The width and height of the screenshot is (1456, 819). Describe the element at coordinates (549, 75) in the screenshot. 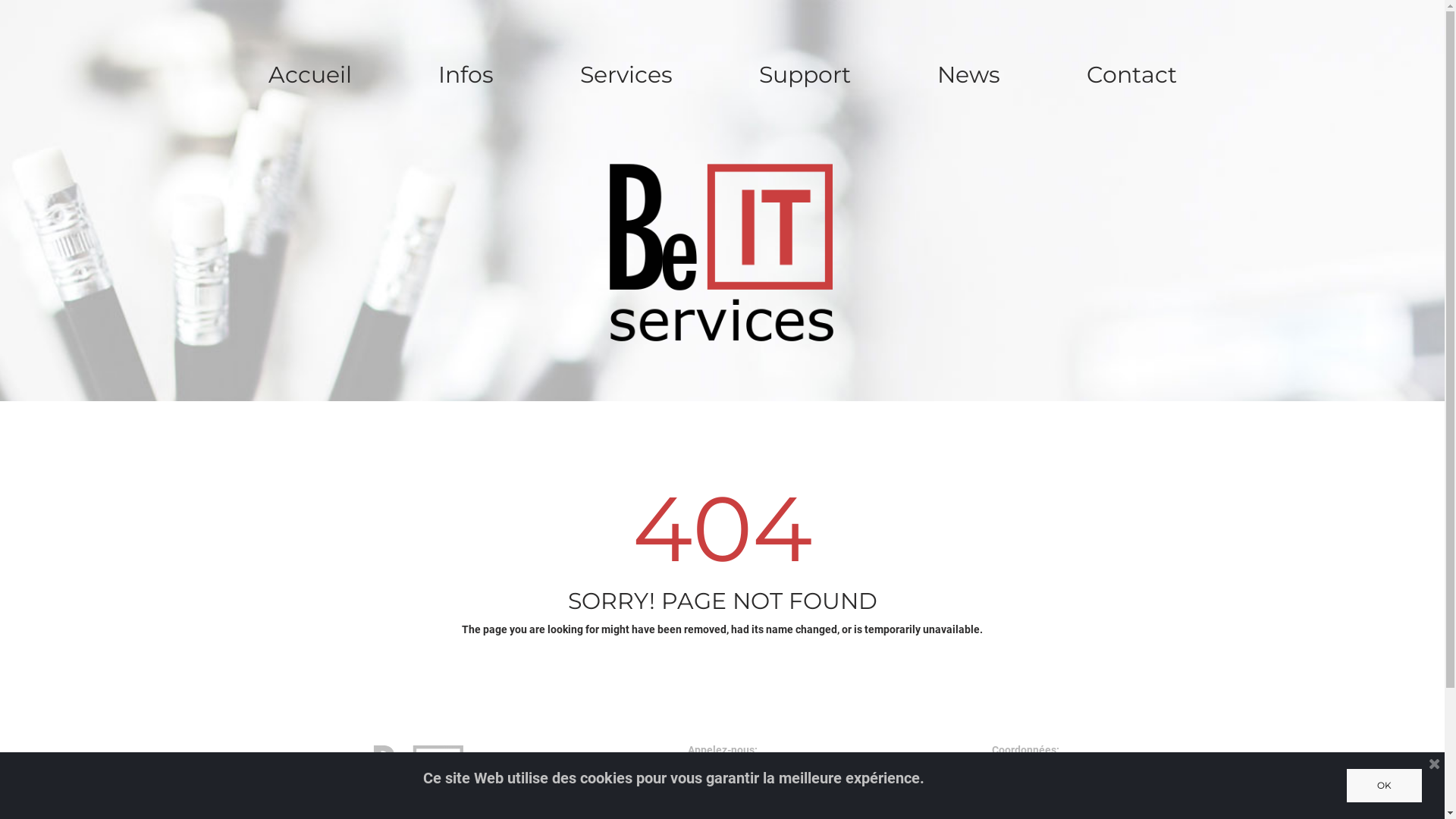

I see `'Services'` at that location.